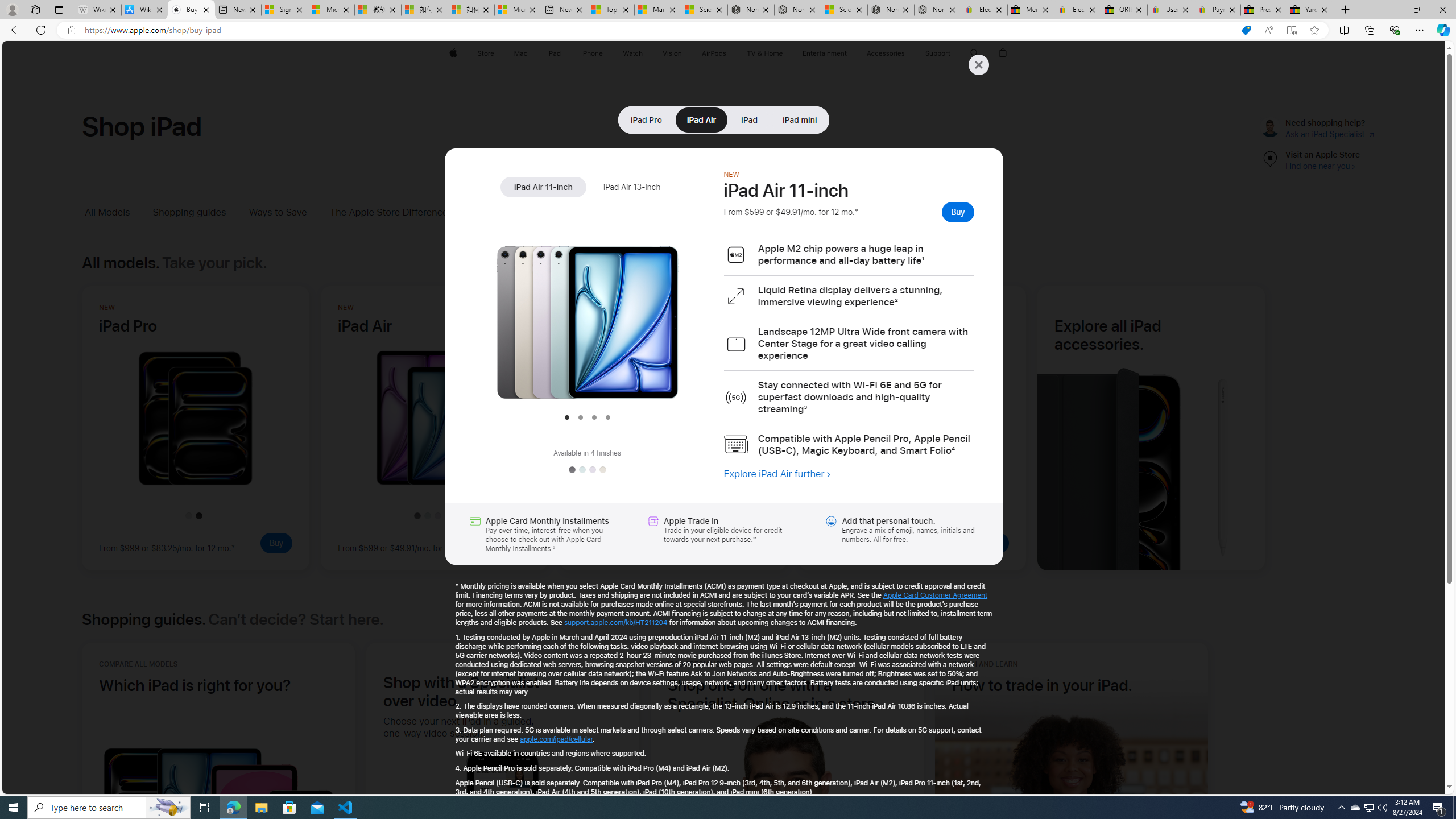 The image size is (1456, 819). Describe the element at coordinates (601, 470) in the screenshot. I see `'Starlight'` at that location.